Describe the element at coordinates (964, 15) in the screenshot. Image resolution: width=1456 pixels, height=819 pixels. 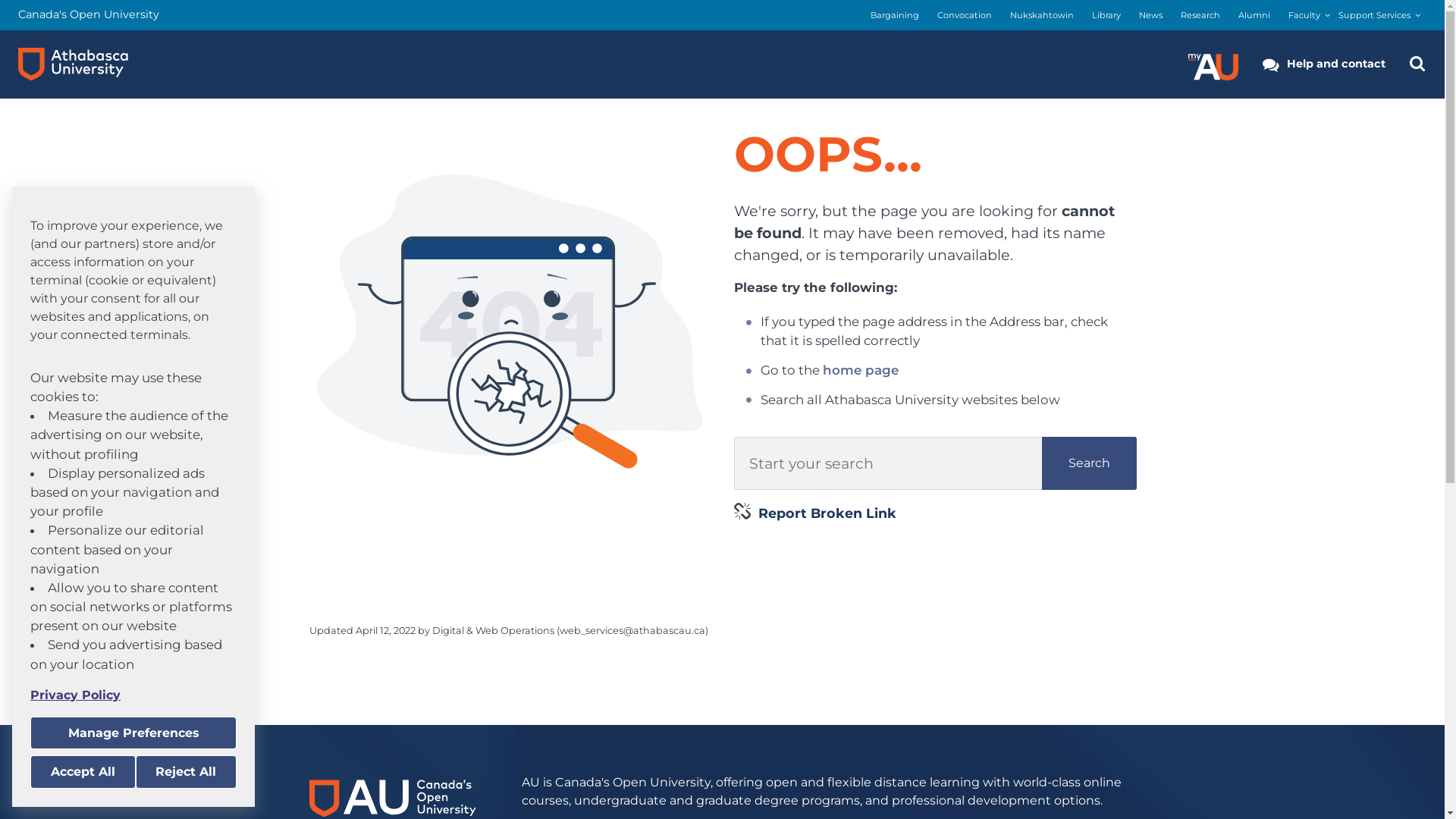
I see `'Convocation'` at that location.